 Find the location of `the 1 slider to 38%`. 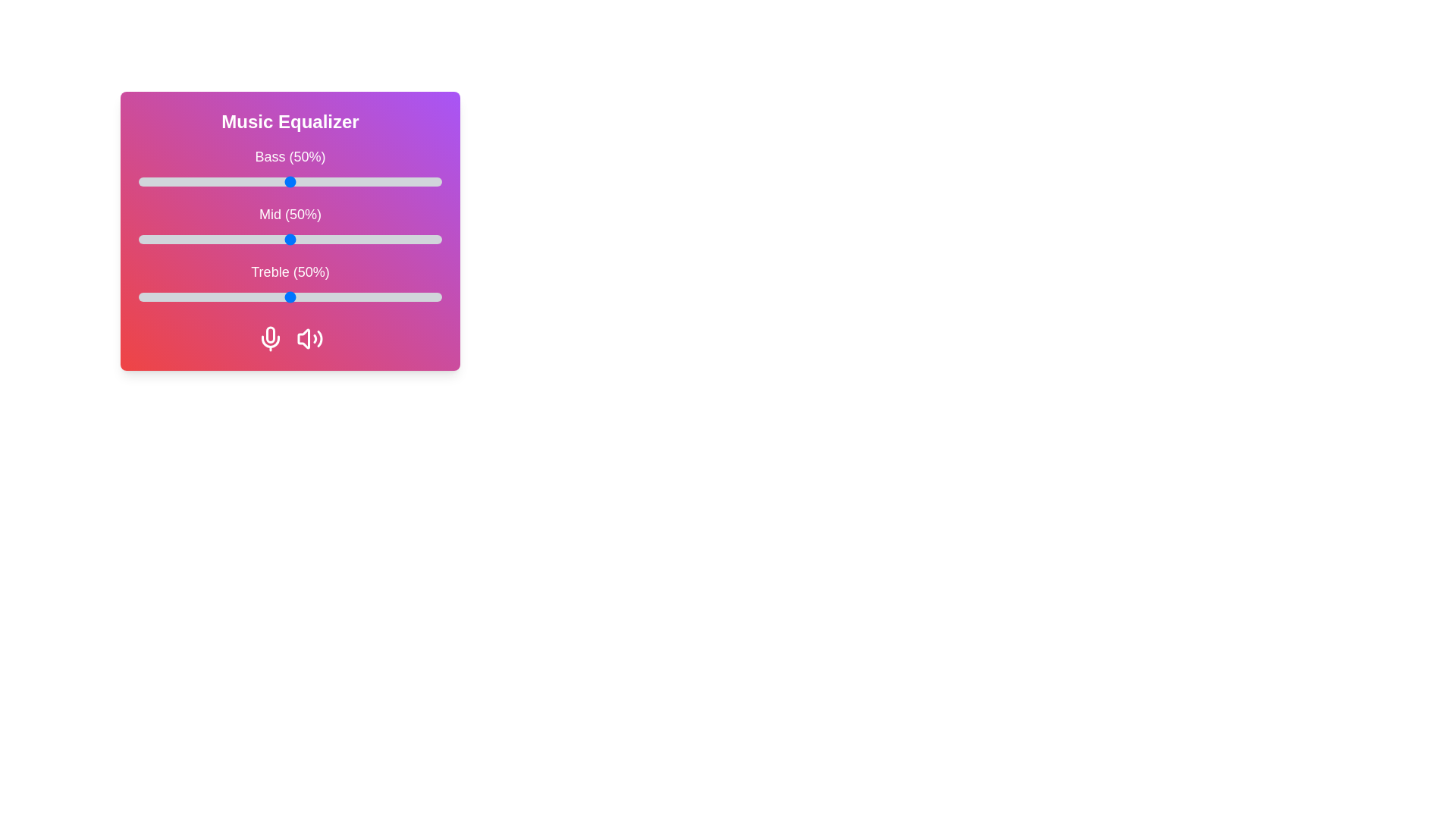

the 1 slider to 38% is located at coordinates (254, 239).